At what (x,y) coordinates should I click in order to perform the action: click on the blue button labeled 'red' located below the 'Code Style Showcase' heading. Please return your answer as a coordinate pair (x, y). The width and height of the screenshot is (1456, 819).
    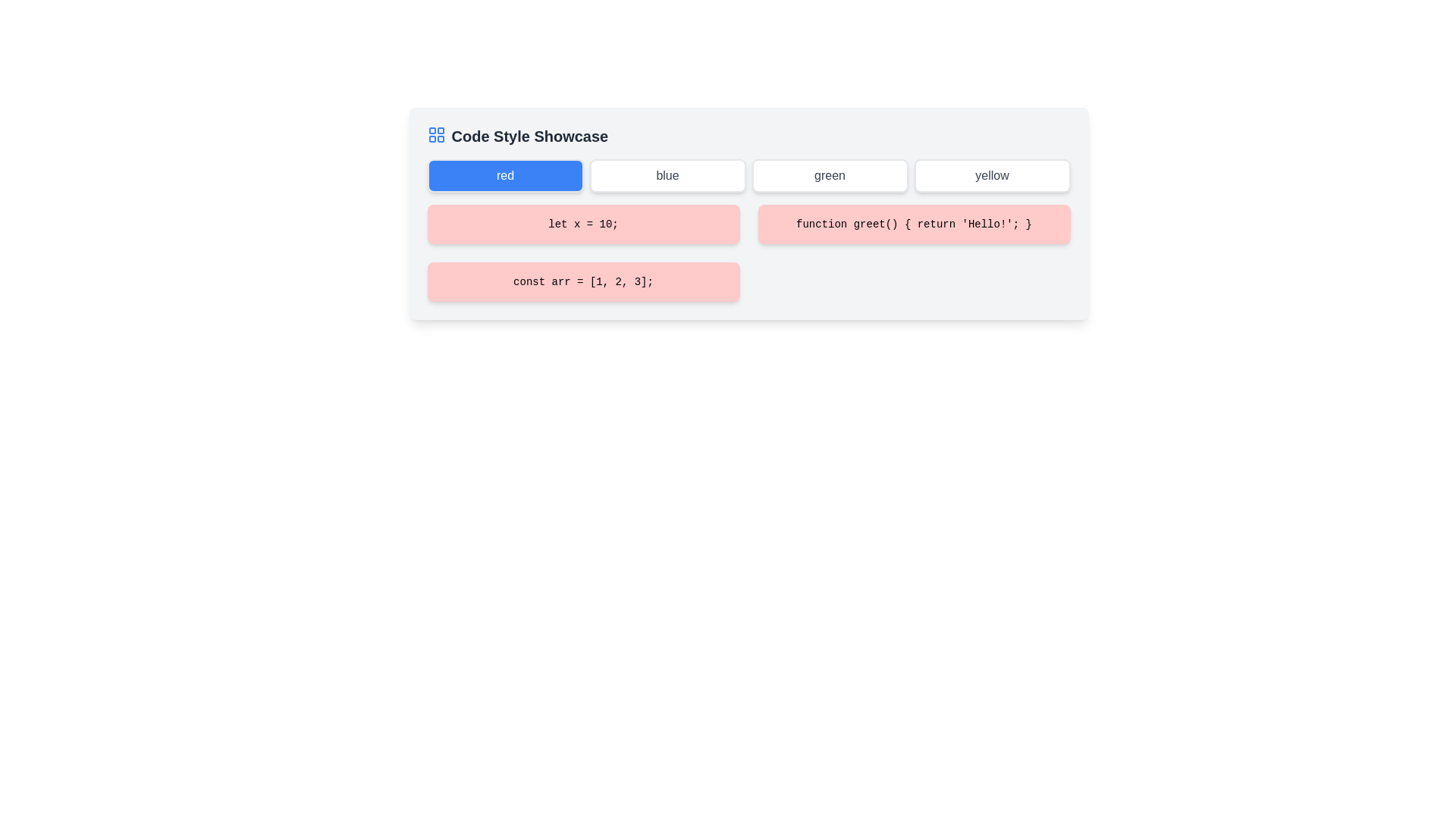
    Looking at the image, I should click on (505, 174).